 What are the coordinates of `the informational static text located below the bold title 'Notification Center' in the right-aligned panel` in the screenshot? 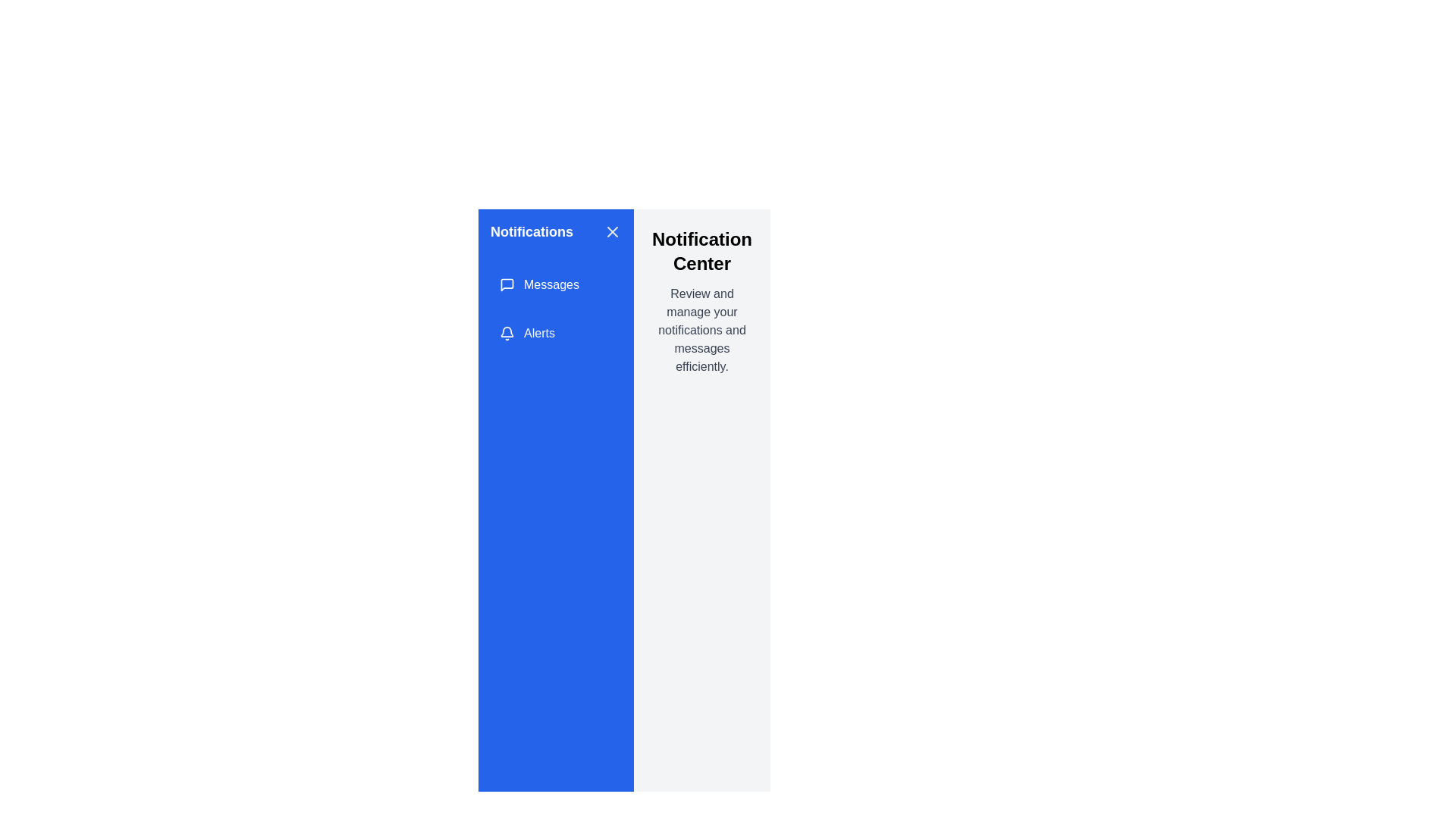 It's located at (701, 329).